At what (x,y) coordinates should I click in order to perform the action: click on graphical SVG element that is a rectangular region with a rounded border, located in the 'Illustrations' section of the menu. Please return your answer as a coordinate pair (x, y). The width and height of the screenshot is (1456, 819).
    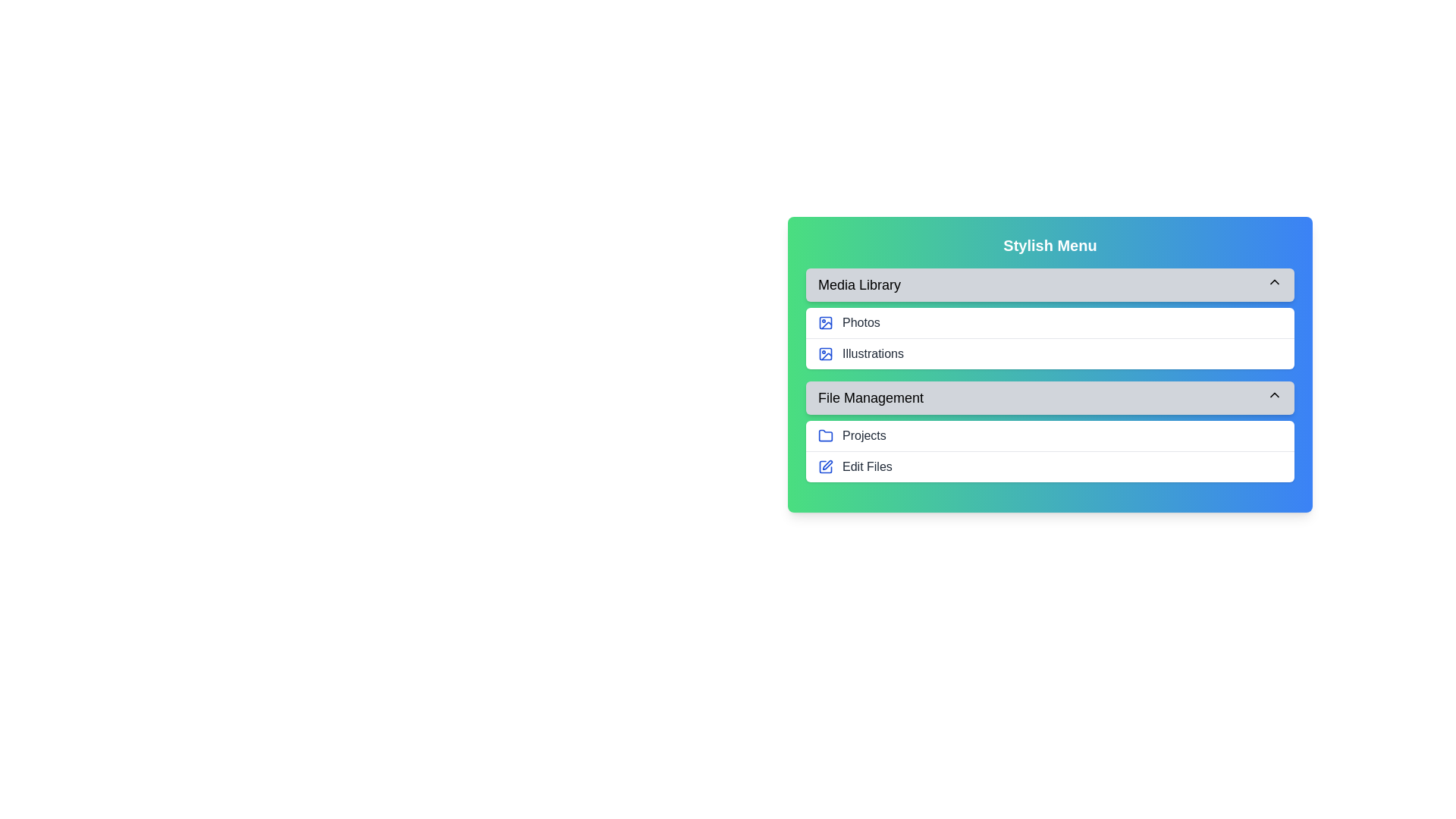
    Looking at the image, I should click on (825, 353).